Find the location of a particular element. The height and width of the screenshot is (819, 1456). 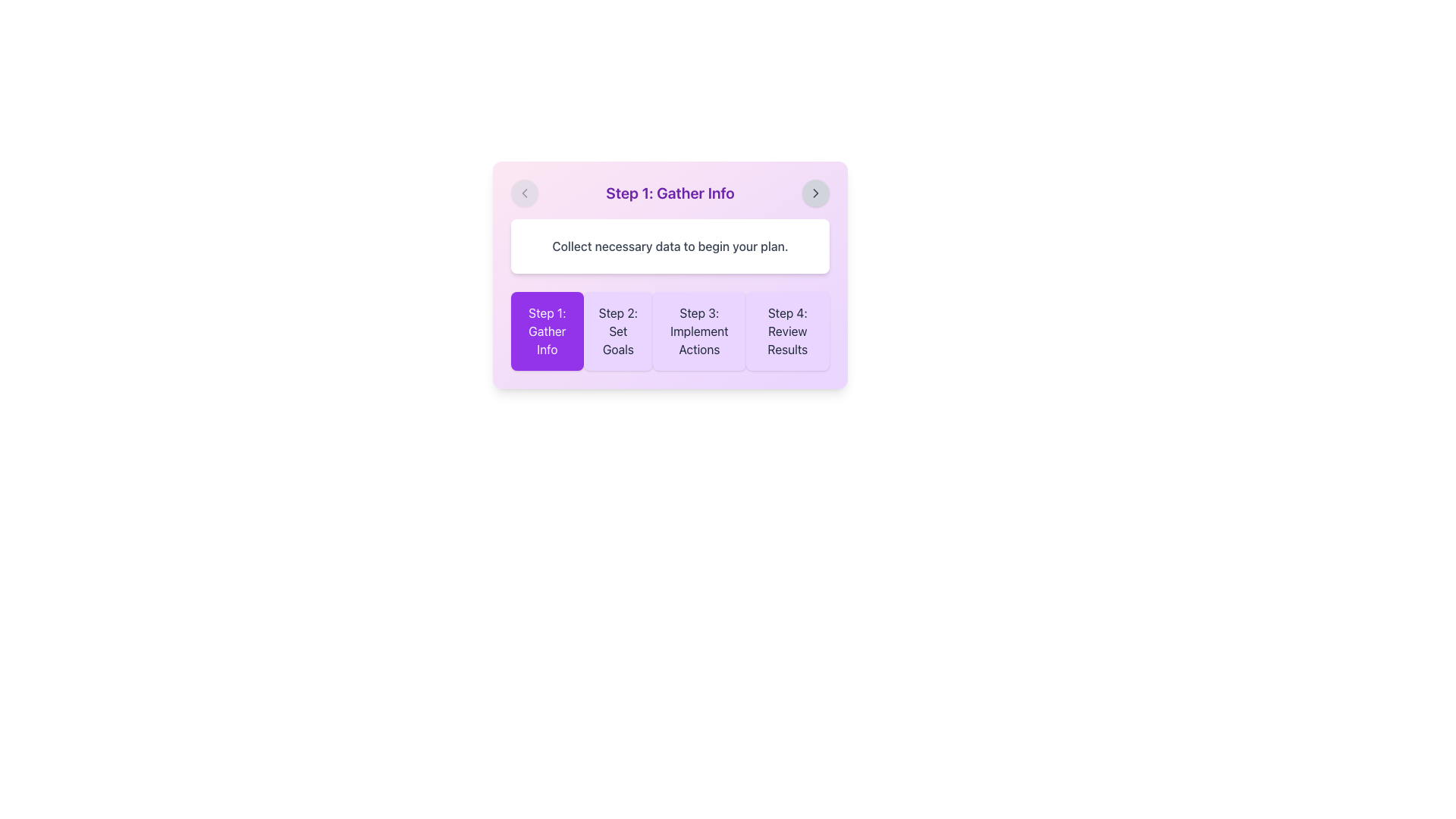

the button labeled 'Step 2: Set Goals' is located at coordinates (618, 330).